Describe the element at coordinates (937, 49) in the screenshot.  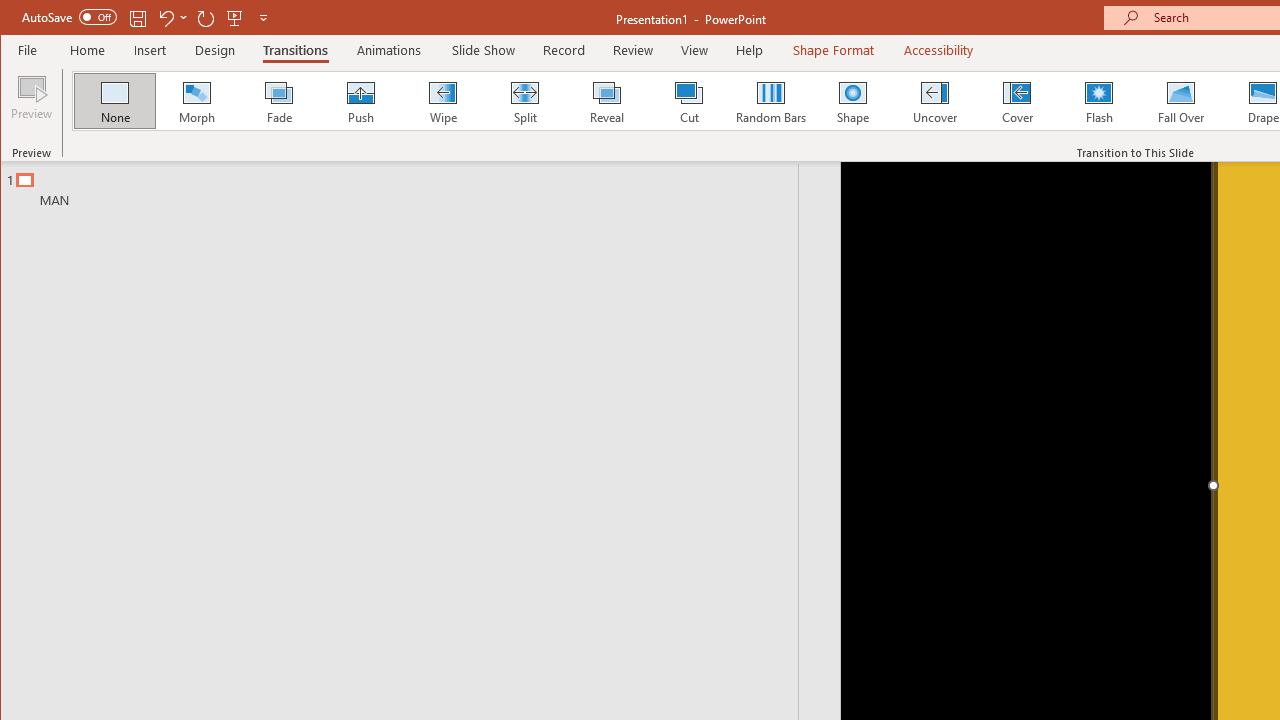
I see `'Accessibility'` at that location.